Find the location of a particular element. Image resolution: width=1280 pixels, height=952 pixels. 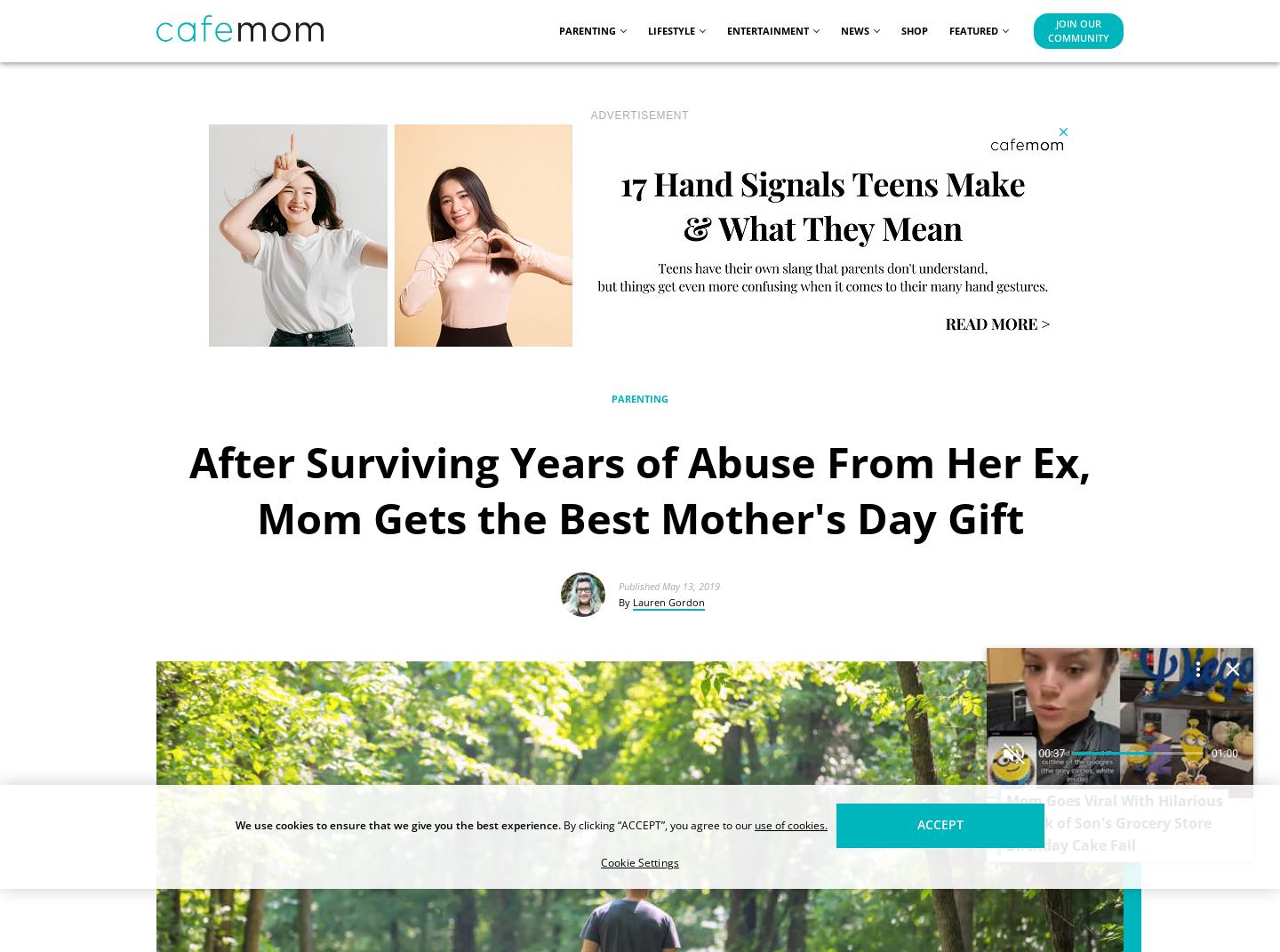

'Published May 13, 2019' is located at coordinates (667, 584).